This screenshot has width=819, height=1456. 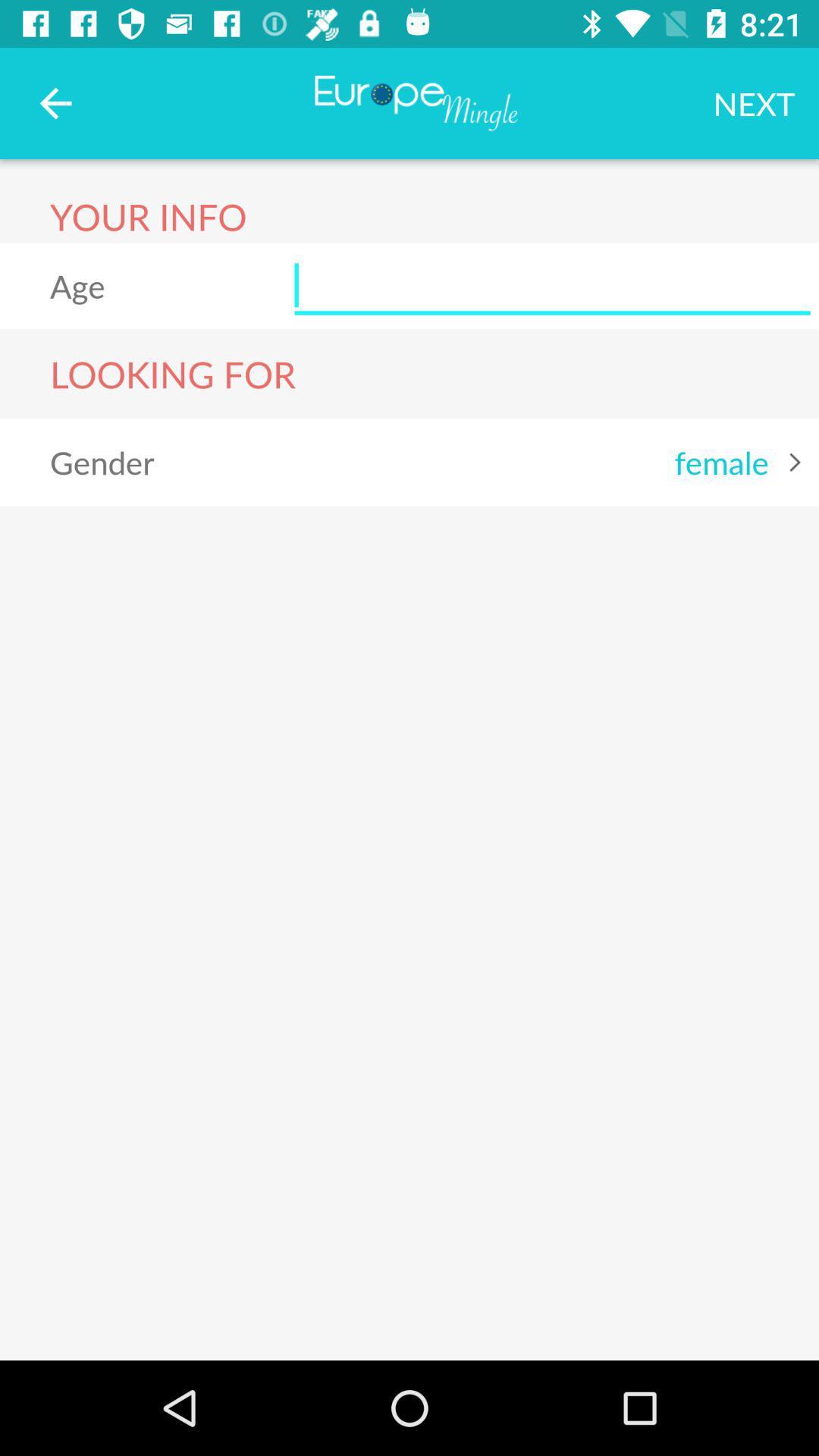 I want to click on the item above the your info, so click(x=55, y=102).